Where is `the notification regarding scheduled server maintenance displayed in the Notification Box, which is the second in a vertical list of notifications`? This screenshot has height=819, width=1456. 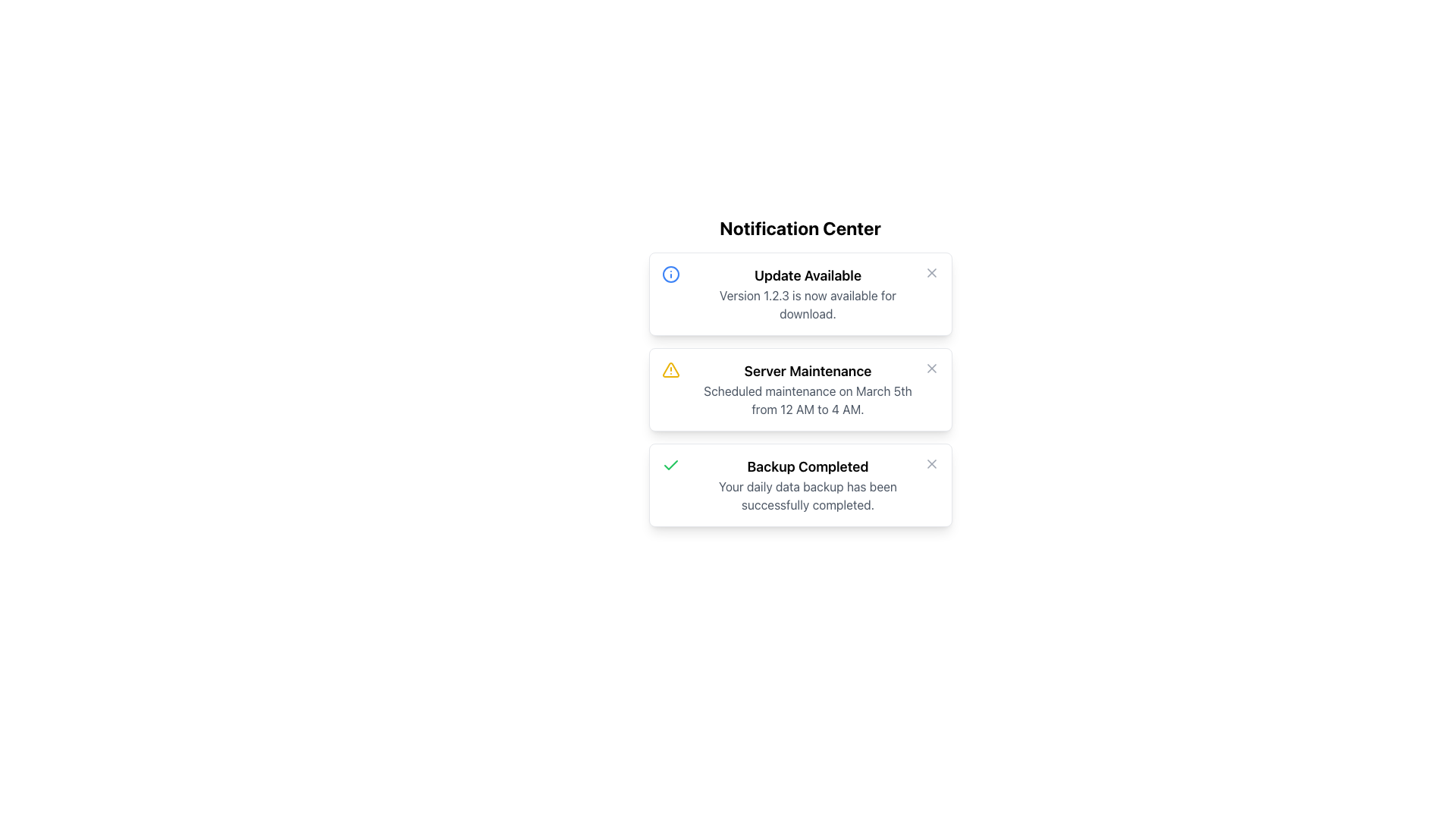 the notification regarding scheduled server maintenance displayed in the Notification Box, which is the second in a vertical list of notifications is located at coordinates (799, 388).